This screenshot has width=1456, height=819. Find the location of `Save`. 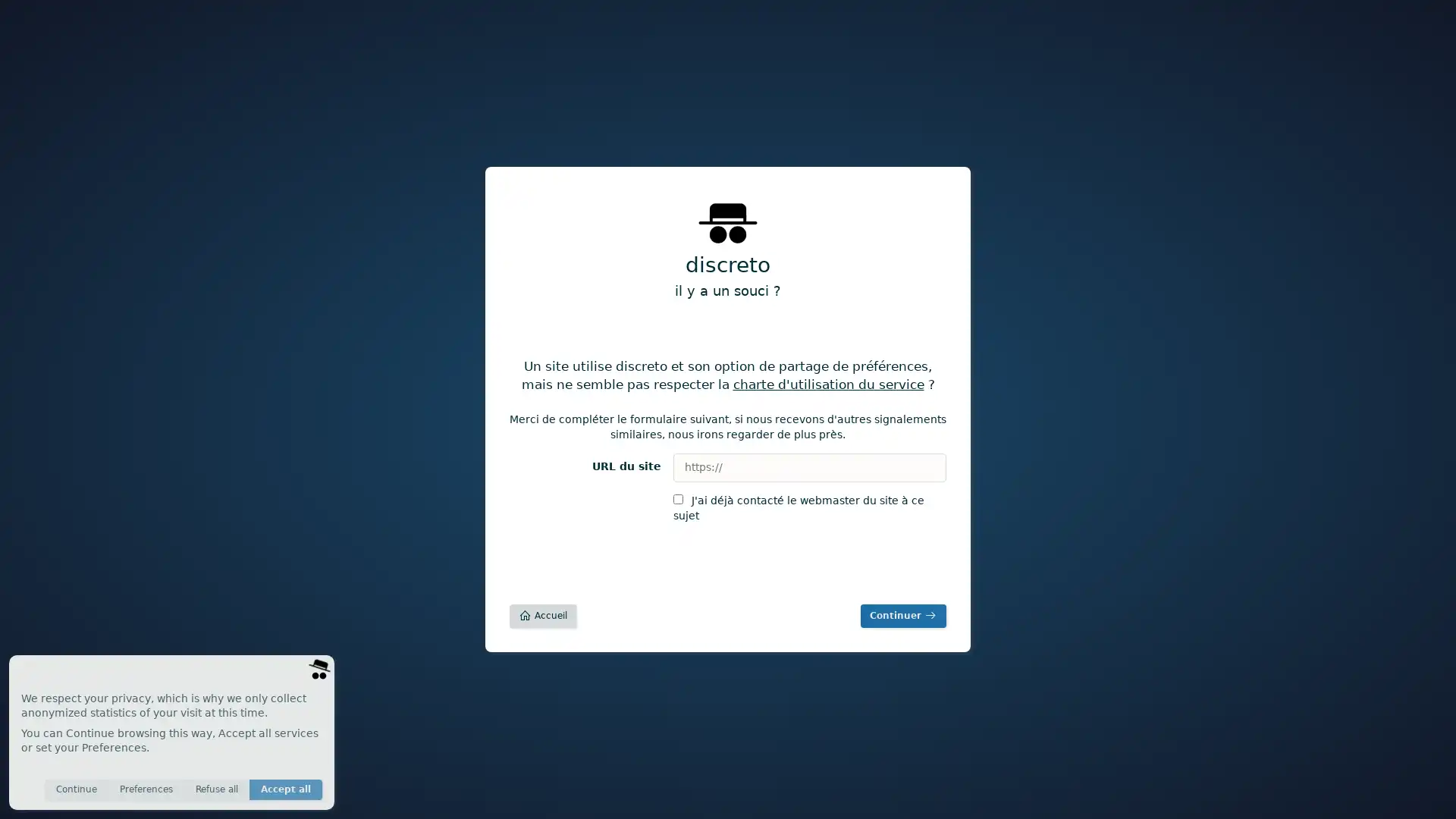

Save is located at coordinates (298, 795).